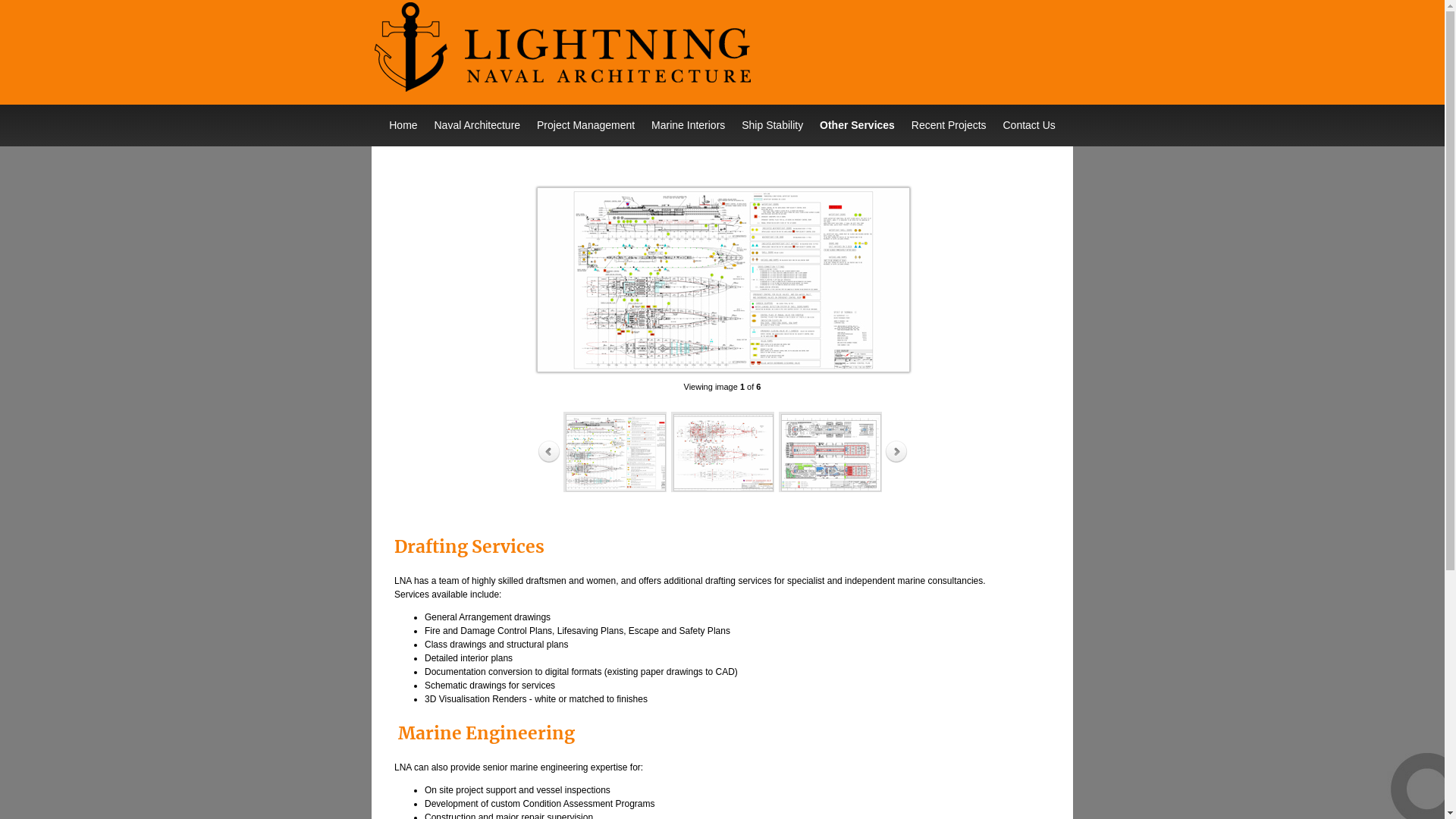  Describe the element at coordinates (687, 124) in the screenshot. I see `'Marine Interiors'` at that location.